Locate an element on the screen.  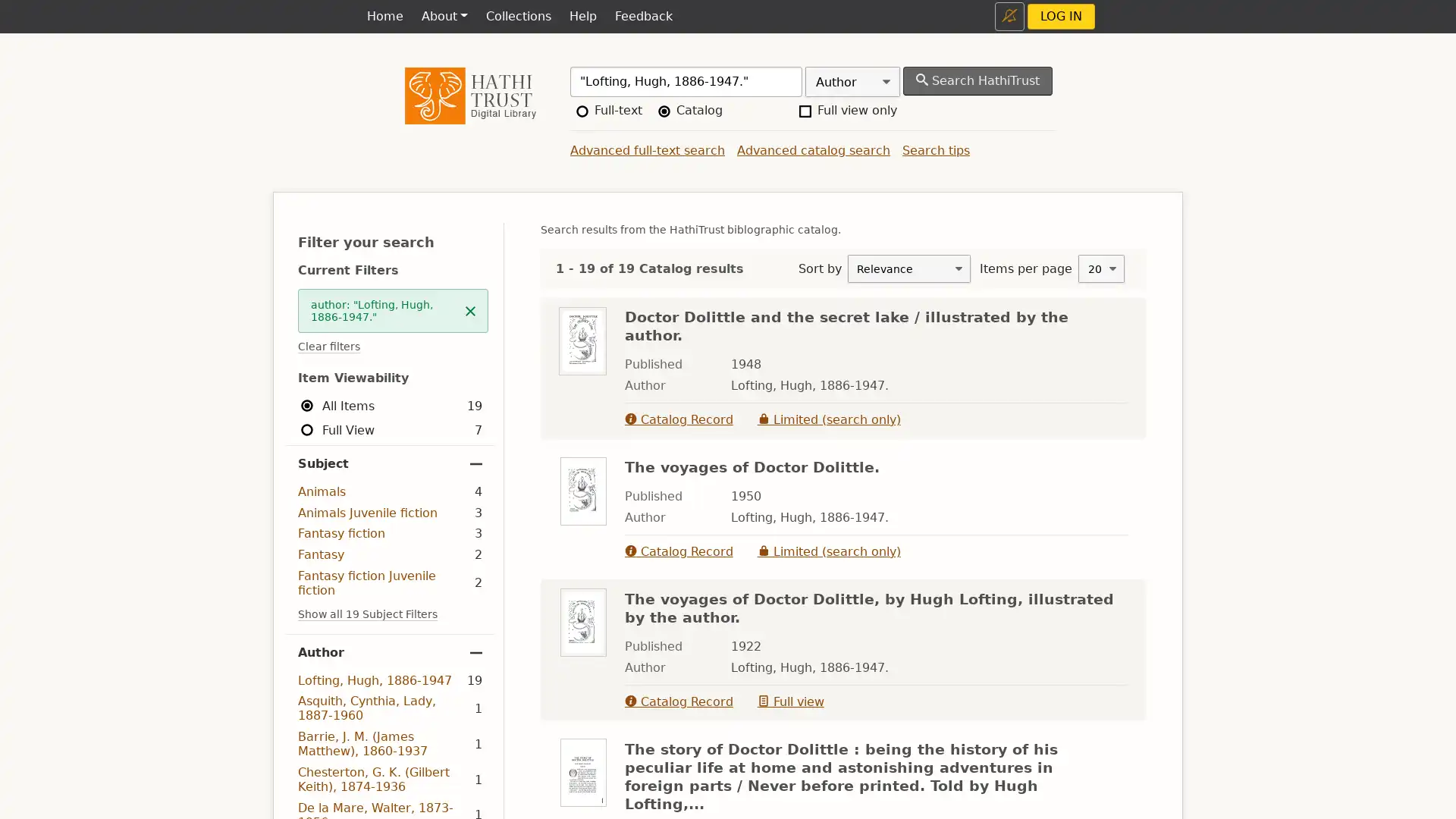
author: "Lofting, Hugh, 1886-1947." Remove is located at coordinates (393, 309).